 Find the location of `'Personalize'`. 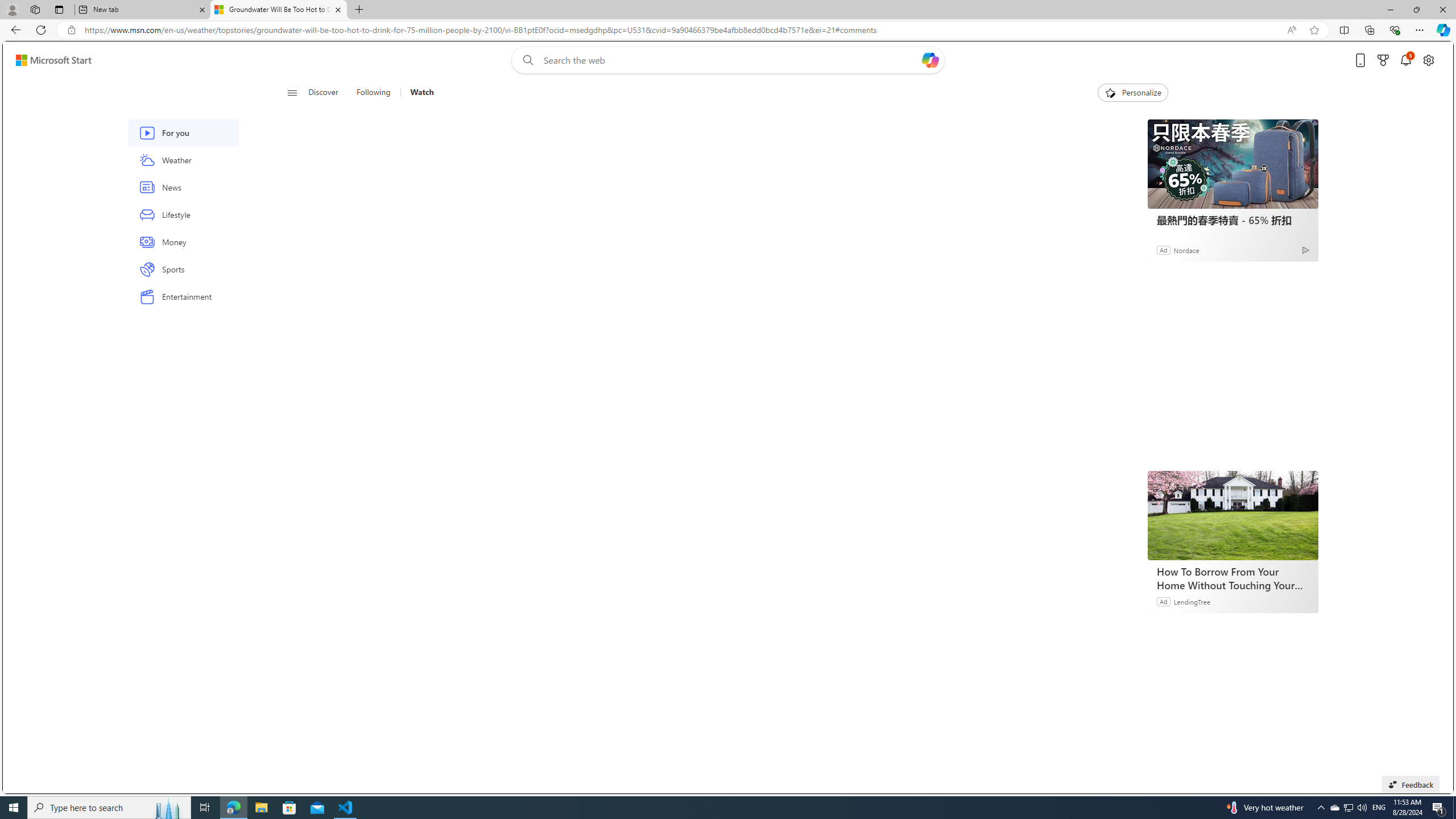

'Personalize' is located at coordinates (1132, 92).